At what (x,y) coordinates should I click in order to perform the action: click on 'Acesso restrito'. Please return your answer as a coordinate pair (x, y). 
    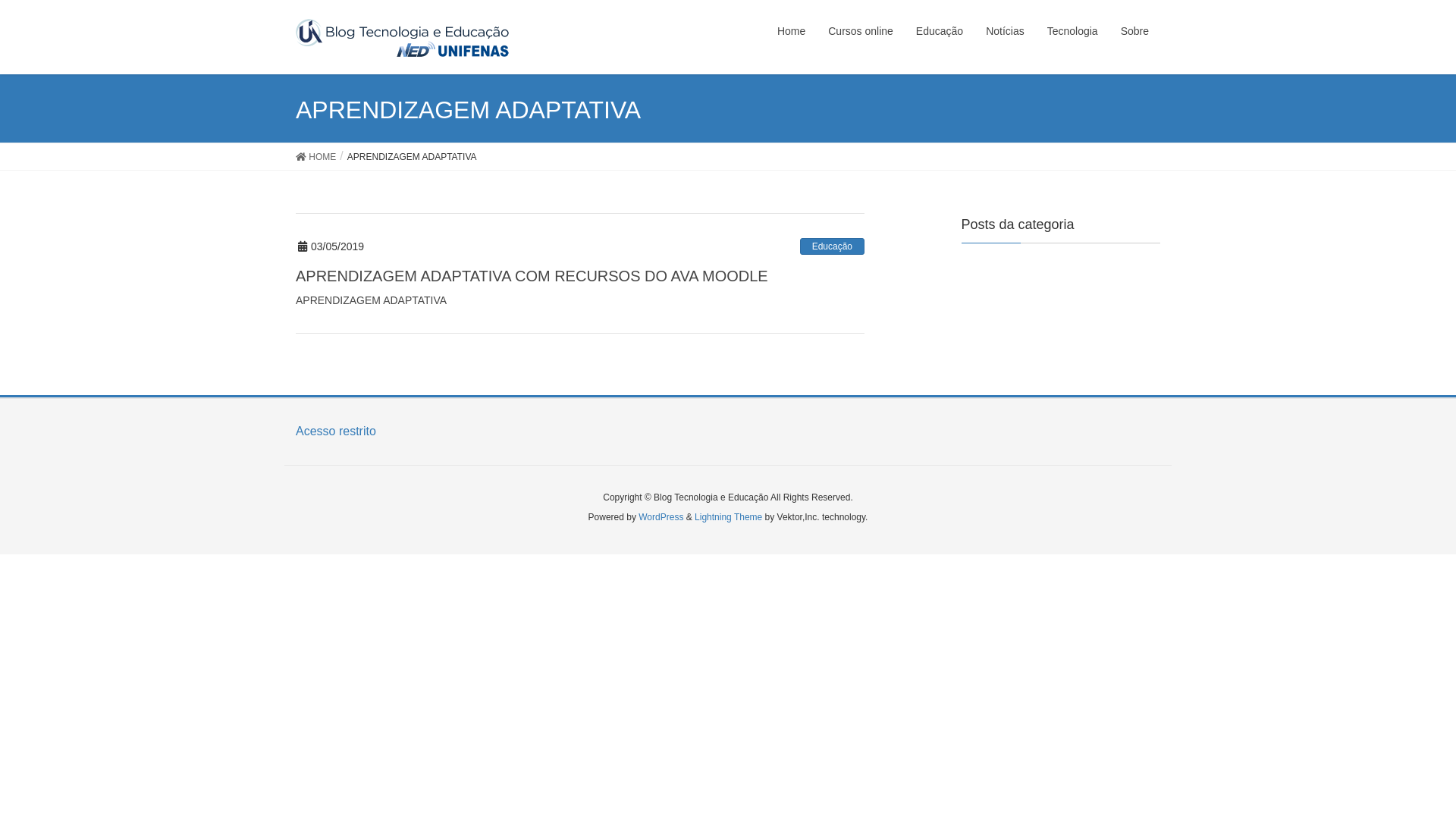
    Looking at the image, I should click on (295, 431).